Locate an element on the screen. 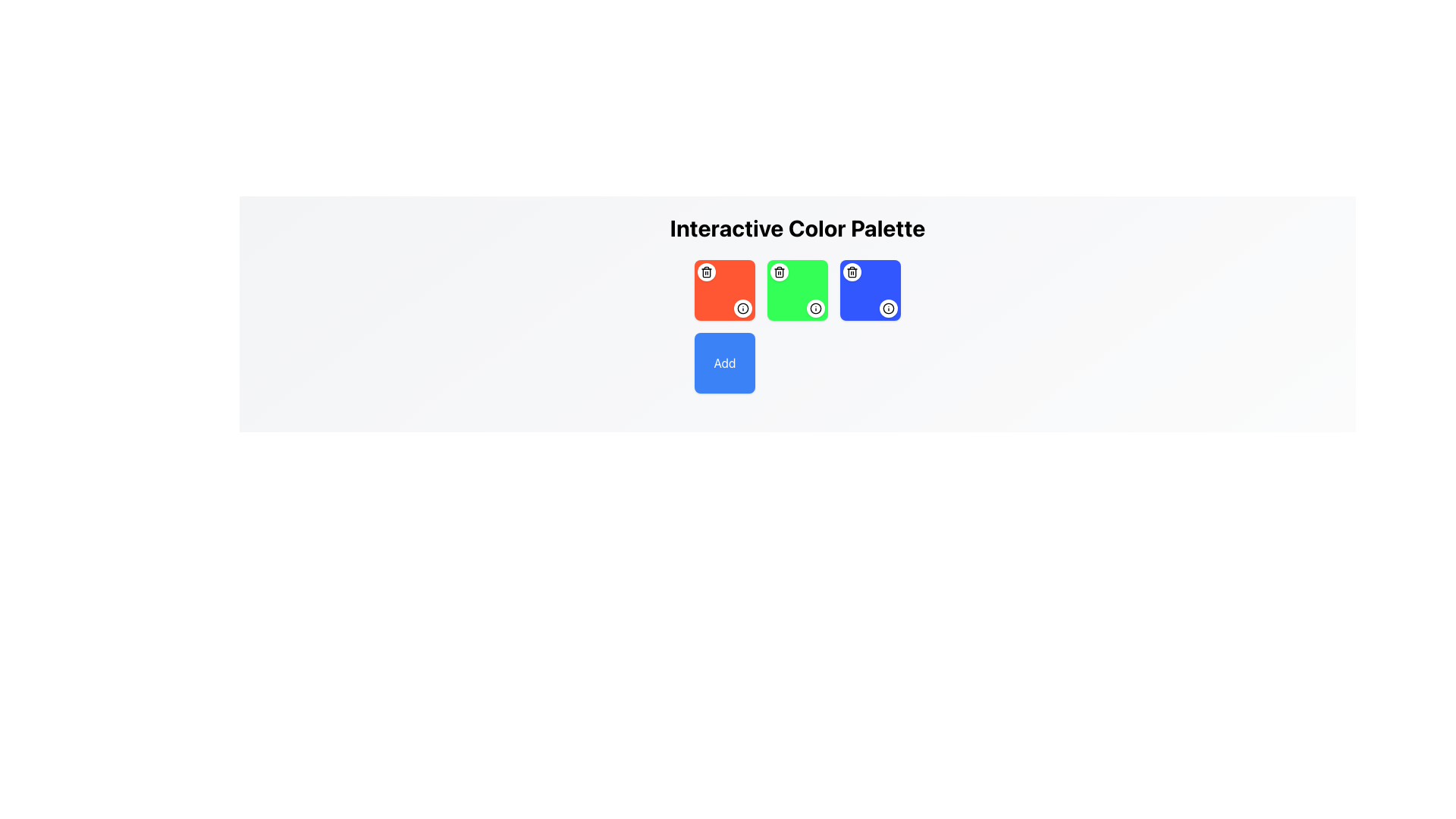 This screenshot has height=819, width=1456. the trash icon button located in the top-left corner of the green tile is located at coordinates (779, 271).